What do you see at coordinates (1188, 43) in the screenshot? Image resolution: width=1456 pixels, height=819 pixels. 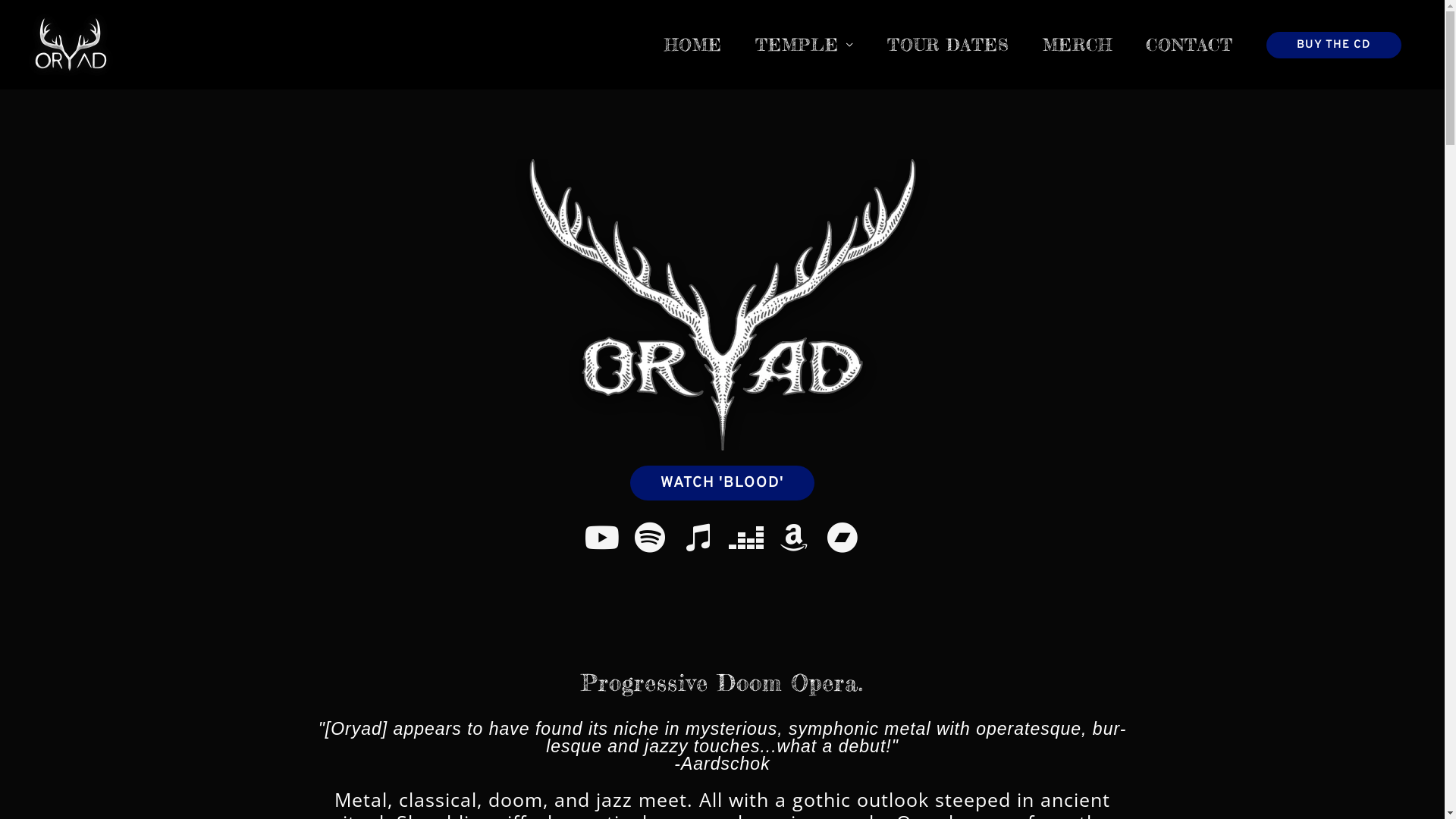 I see `'CONTACT'` at bounding box center [1188, 43].